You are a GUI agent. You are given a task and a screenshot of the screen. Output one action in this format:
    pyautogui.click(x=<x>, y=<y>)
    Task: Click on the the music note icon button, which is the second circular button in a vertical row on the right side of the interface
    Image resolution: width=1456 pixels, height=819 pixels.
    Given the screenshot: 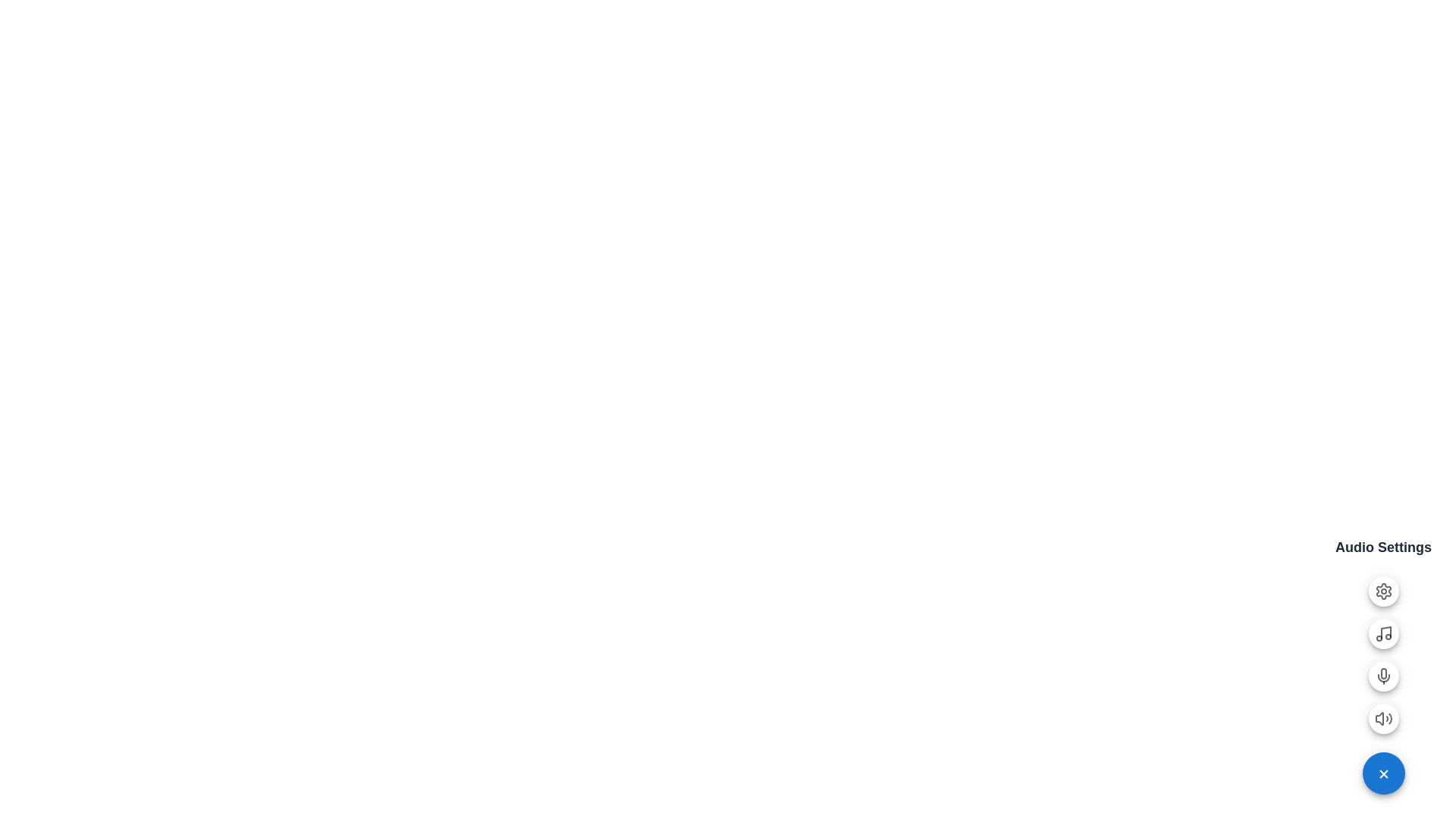 What is the action you would take?
    pyautogui.click(x=1383, y=634)
    